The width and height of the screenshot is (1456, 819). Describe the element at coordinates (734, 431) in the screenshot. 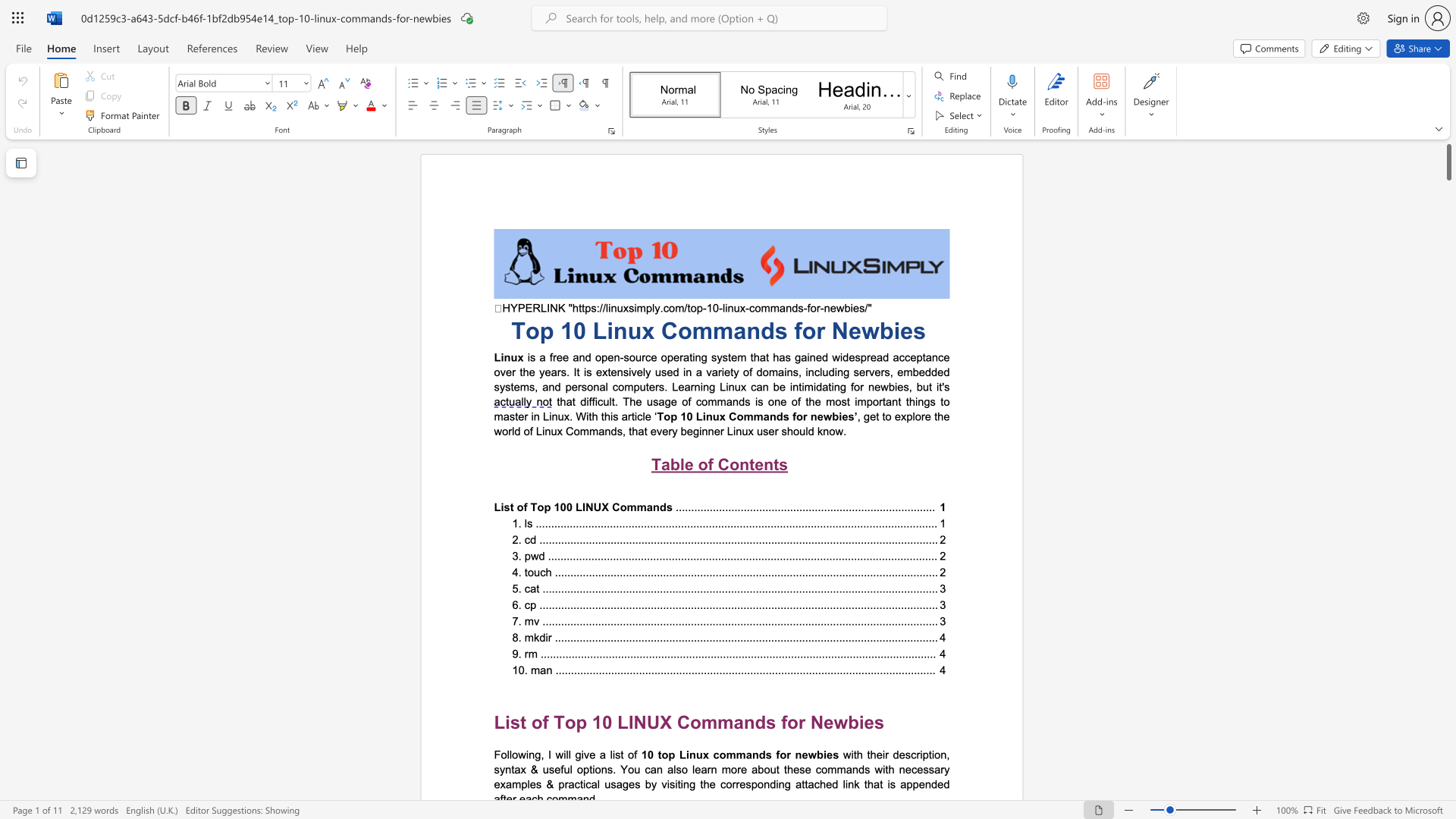

I see `the 3th character "i" in the text` at that location.